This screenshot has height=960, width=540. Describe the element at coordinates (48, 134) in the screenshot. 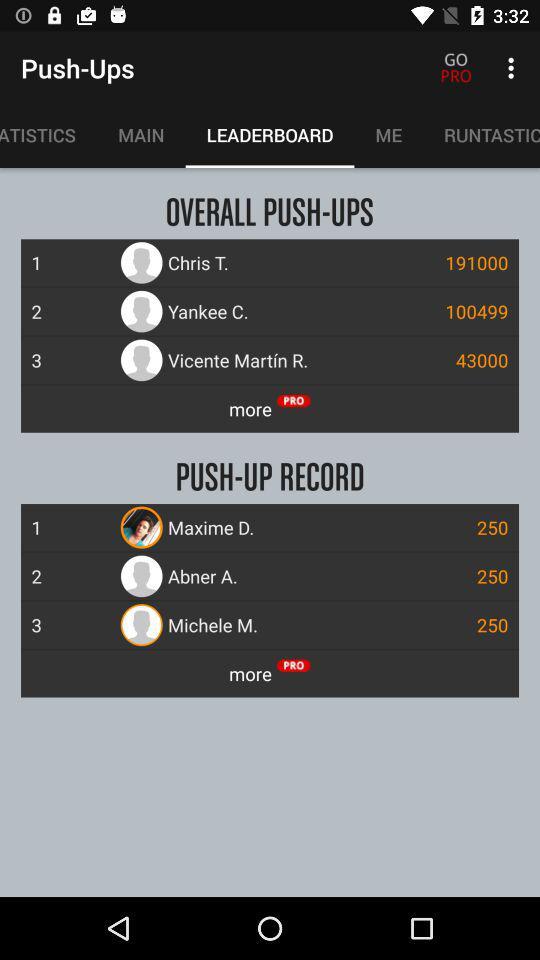

I see `the app below push-ups` at that location.